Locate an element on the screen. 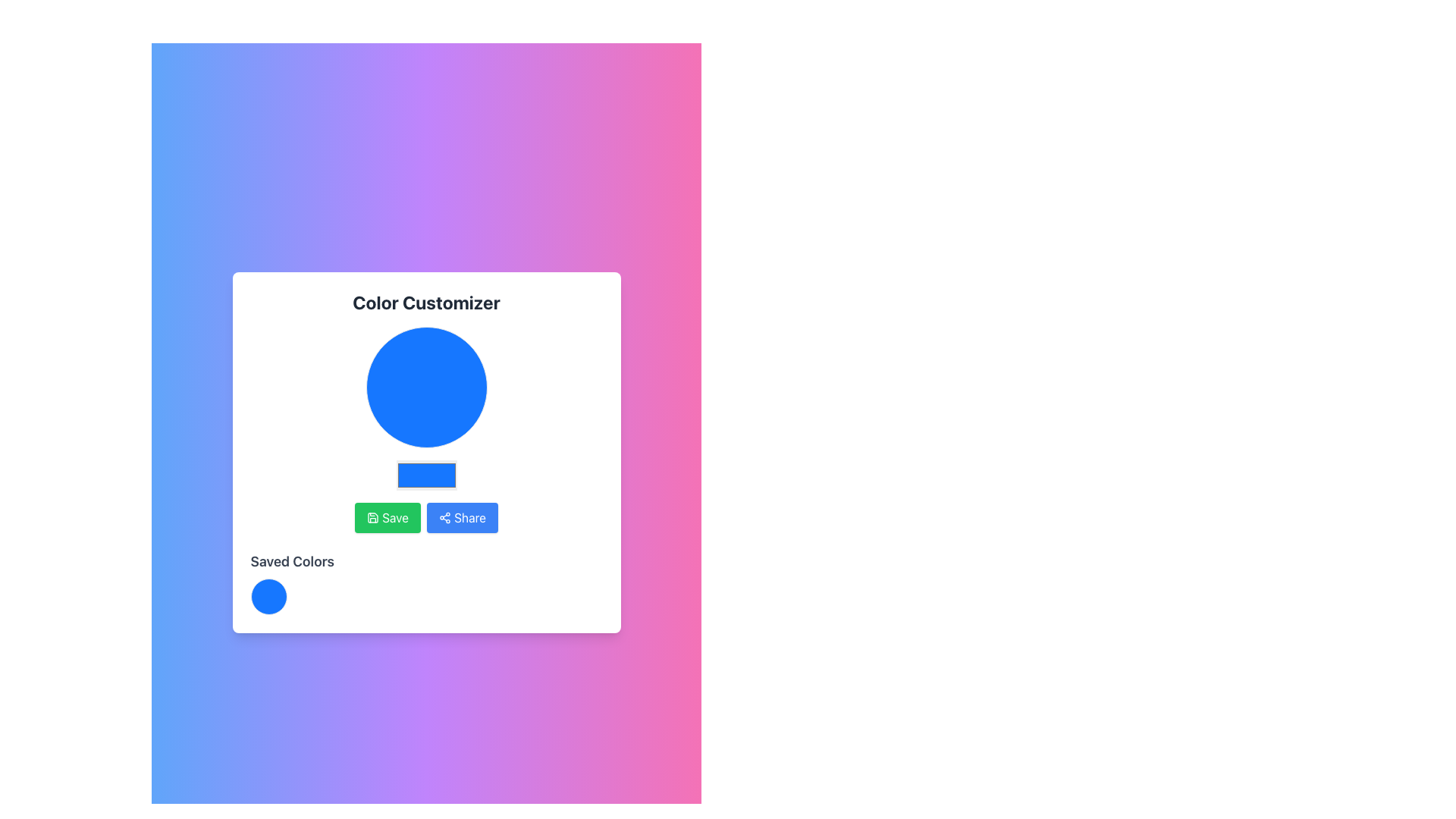  the save disk icon located within the green 'Save' button is located at coordinates (372, 516).